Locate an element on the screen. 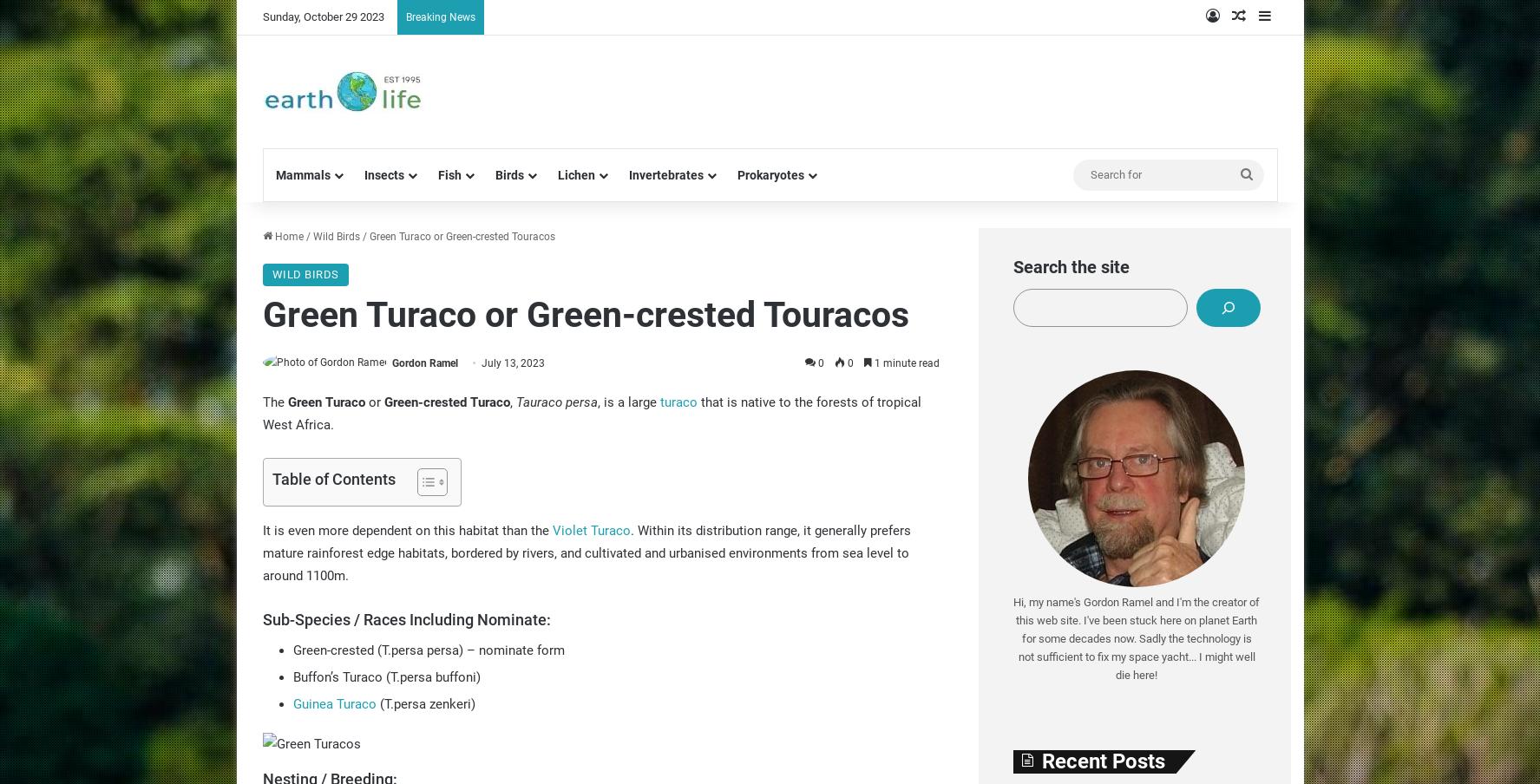 The image size is (1540, 784). 'Home' is located at coordinates (286, 236).